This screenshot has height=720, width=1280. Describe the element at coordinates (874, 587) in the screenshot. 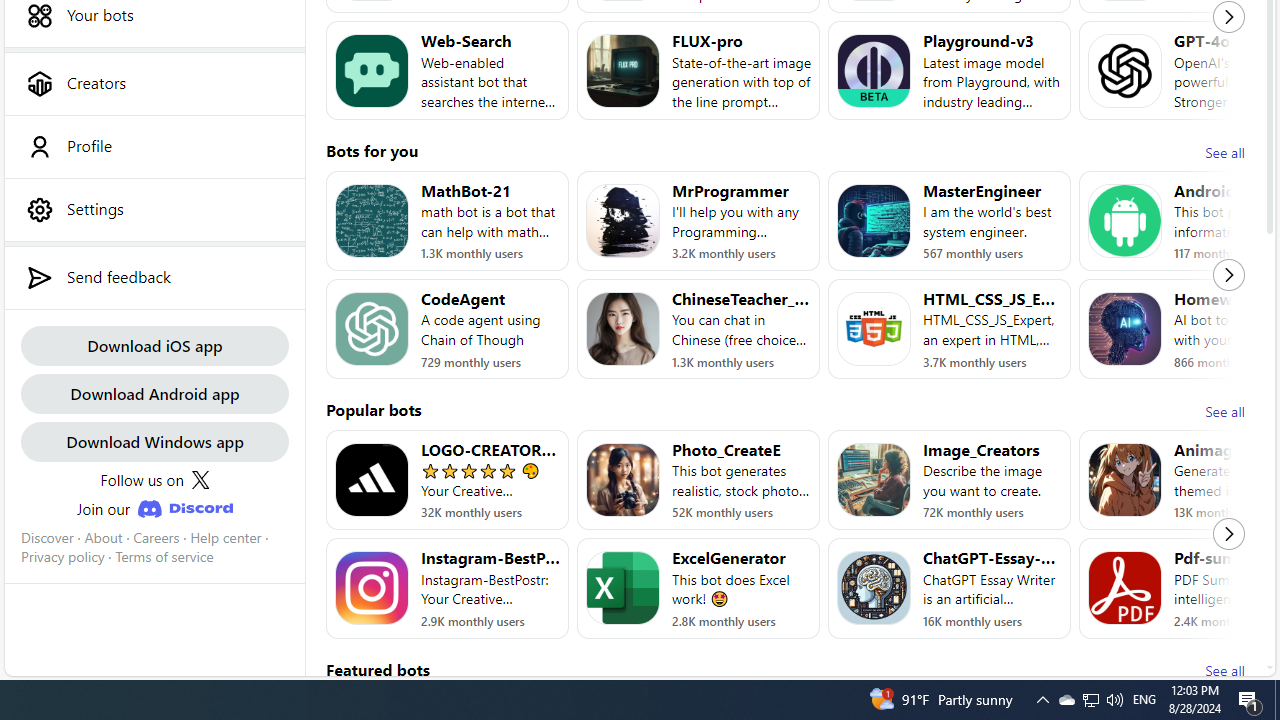

I see `'Bot image for ChatGPT-Essay-Writer'` at that location.